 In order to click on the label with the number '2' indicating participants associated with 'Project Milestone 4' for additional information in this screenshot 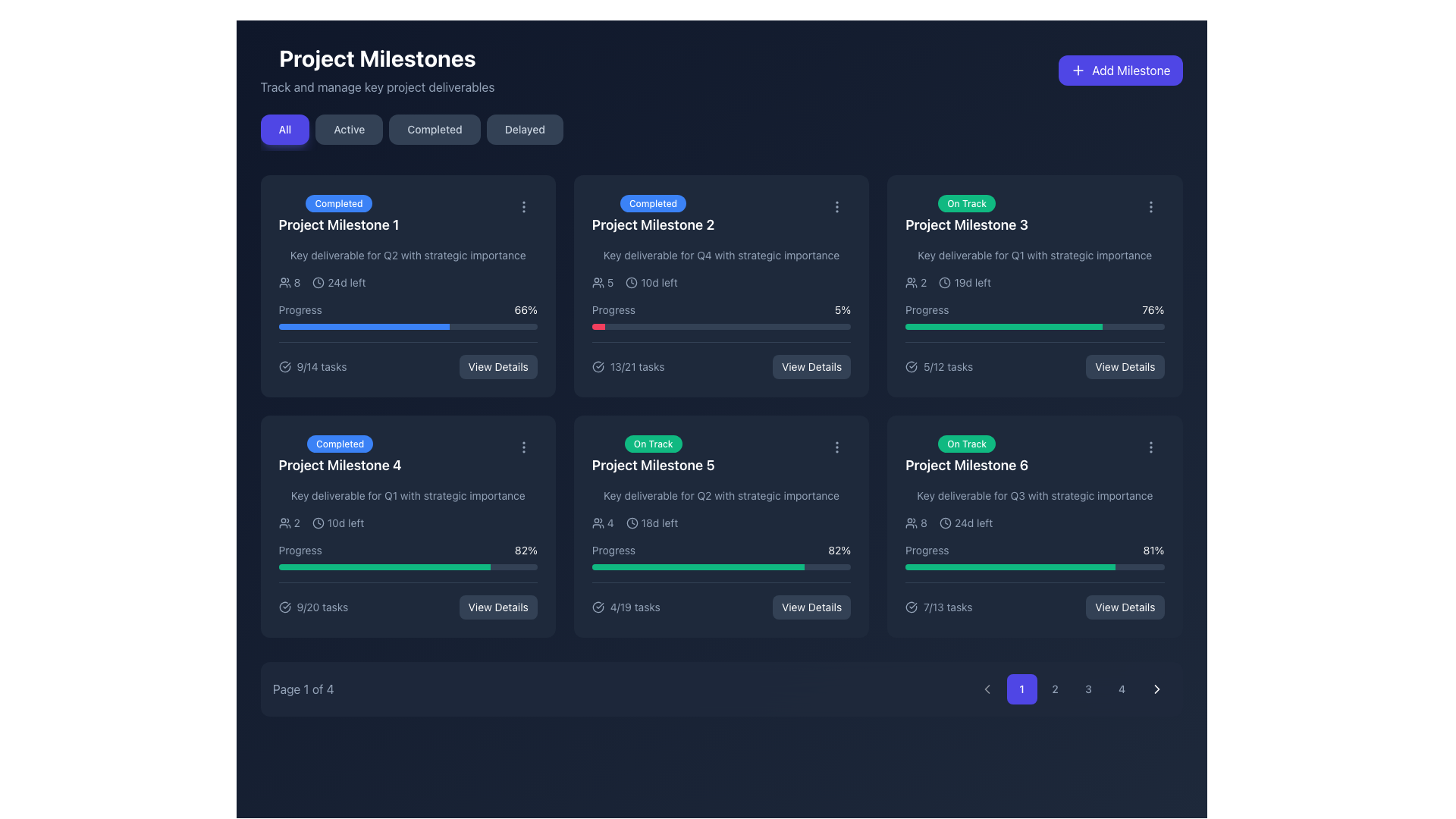, I will do `click(289, 522)`.